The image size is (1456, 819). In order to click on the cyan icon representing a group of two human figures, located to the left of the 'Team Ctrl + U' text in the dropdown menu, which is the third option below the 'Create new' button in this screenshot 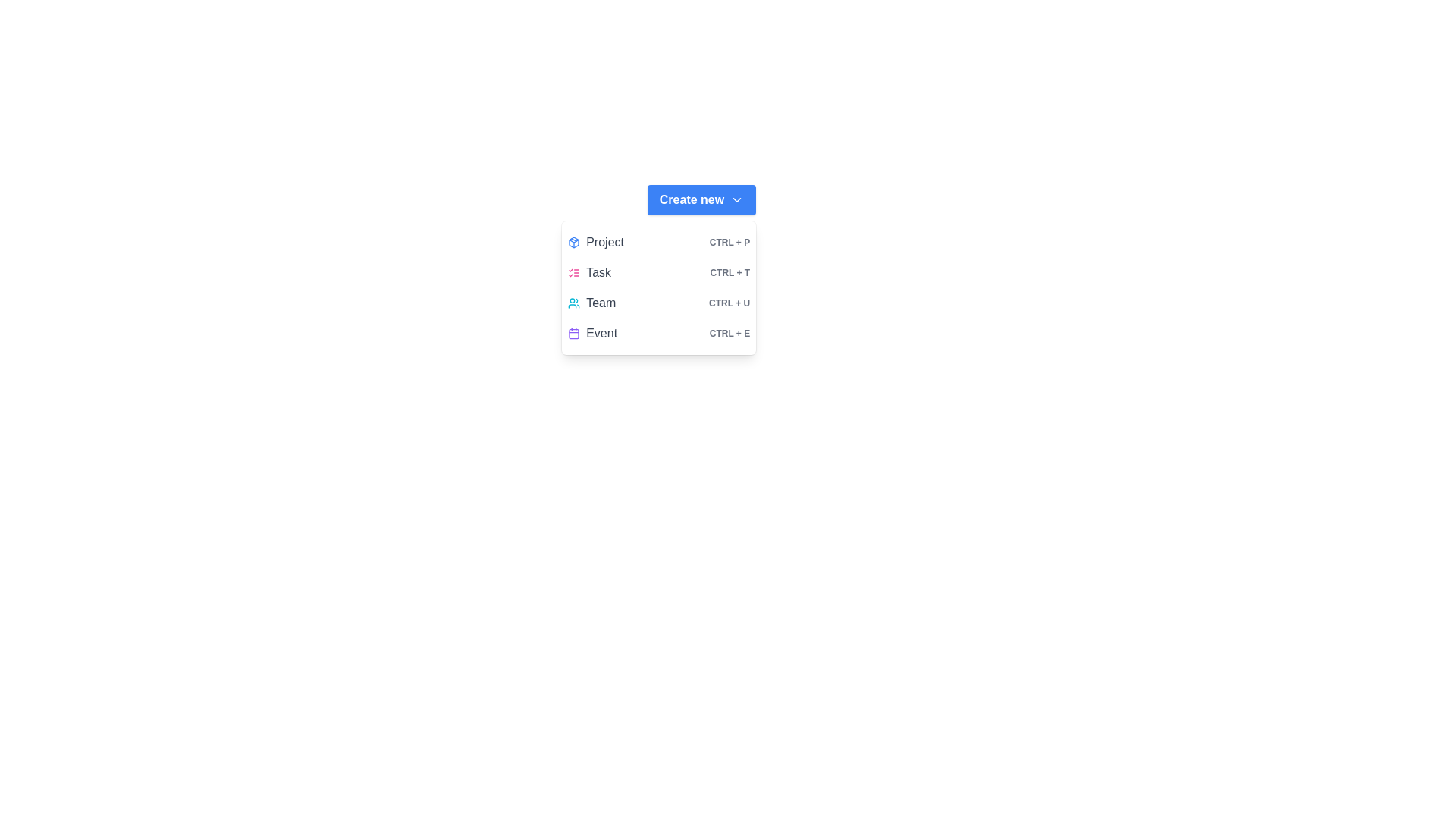, I will do `click(573, 303)`.